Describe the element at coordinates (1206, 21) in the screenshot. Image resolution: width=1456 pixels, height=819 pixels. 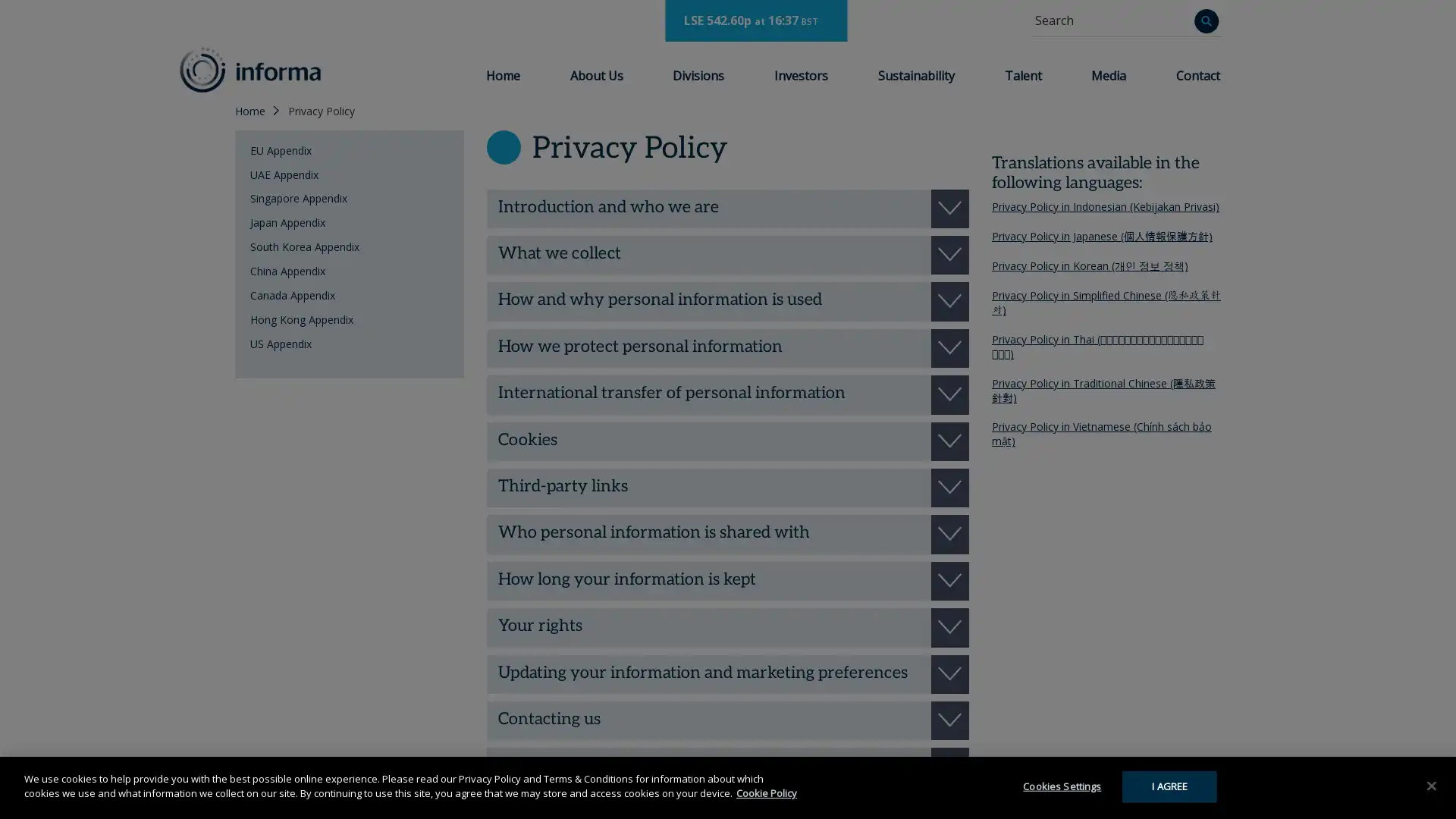
I see `Search` at that location.